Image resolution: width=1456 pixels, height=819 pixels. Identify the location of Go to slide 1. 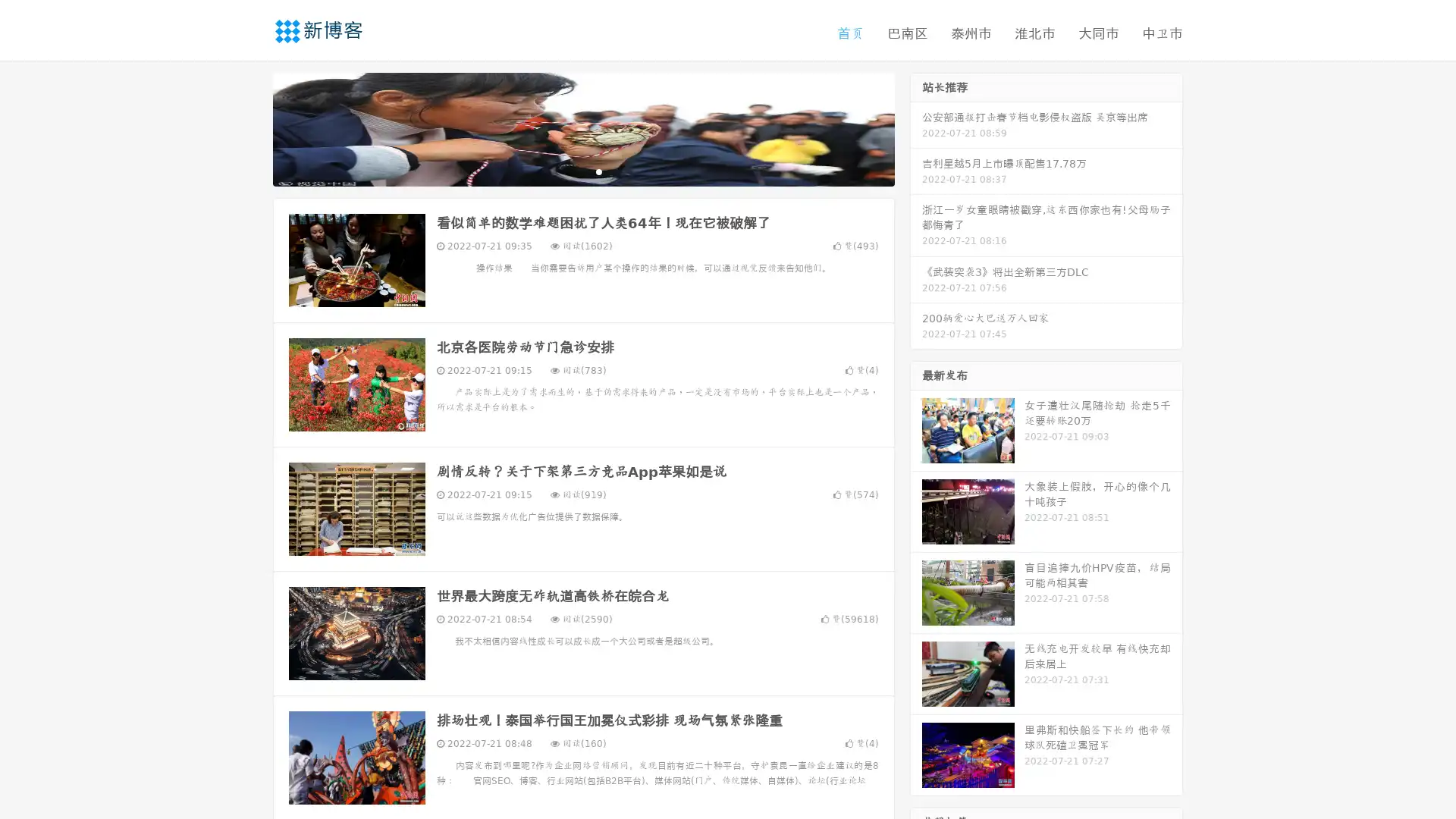
(567, 171).